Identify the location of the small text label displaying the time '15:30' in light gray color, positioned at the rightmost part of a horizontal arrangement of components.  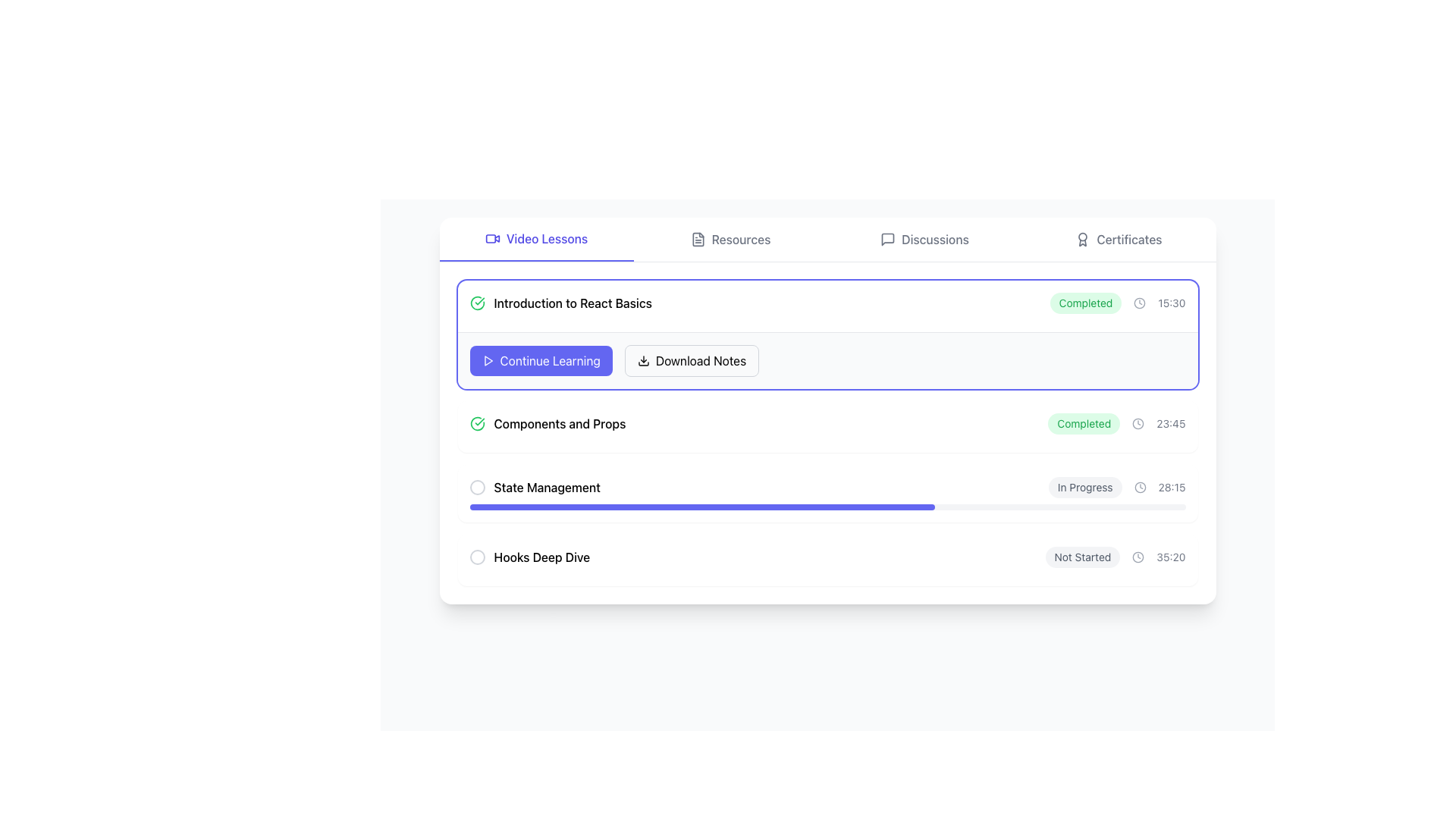
(1171, 303).